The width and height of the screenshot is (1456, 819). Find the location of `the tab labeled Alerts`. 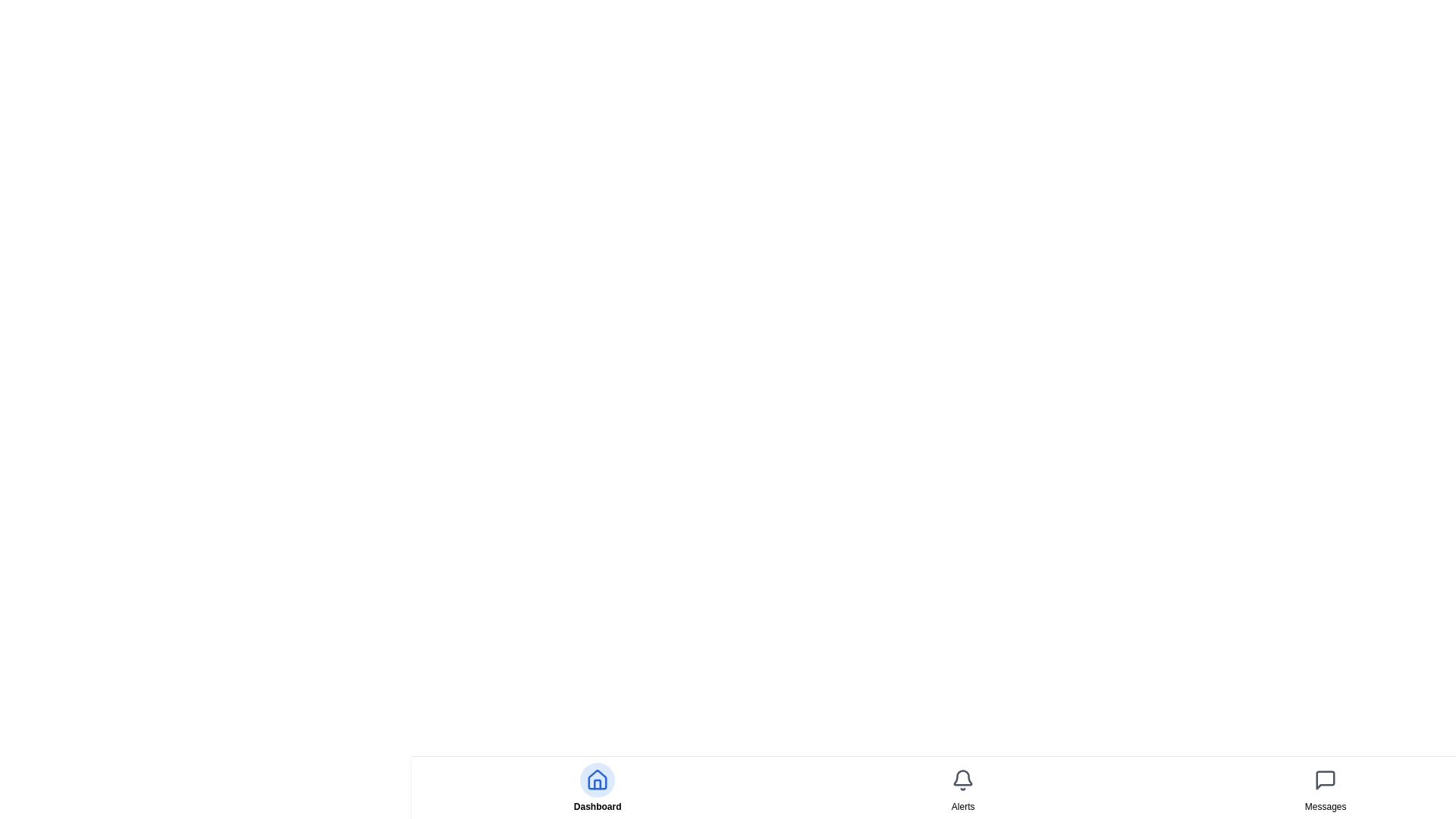

the tab labeled Alerts is located at coordinates (962, 806).